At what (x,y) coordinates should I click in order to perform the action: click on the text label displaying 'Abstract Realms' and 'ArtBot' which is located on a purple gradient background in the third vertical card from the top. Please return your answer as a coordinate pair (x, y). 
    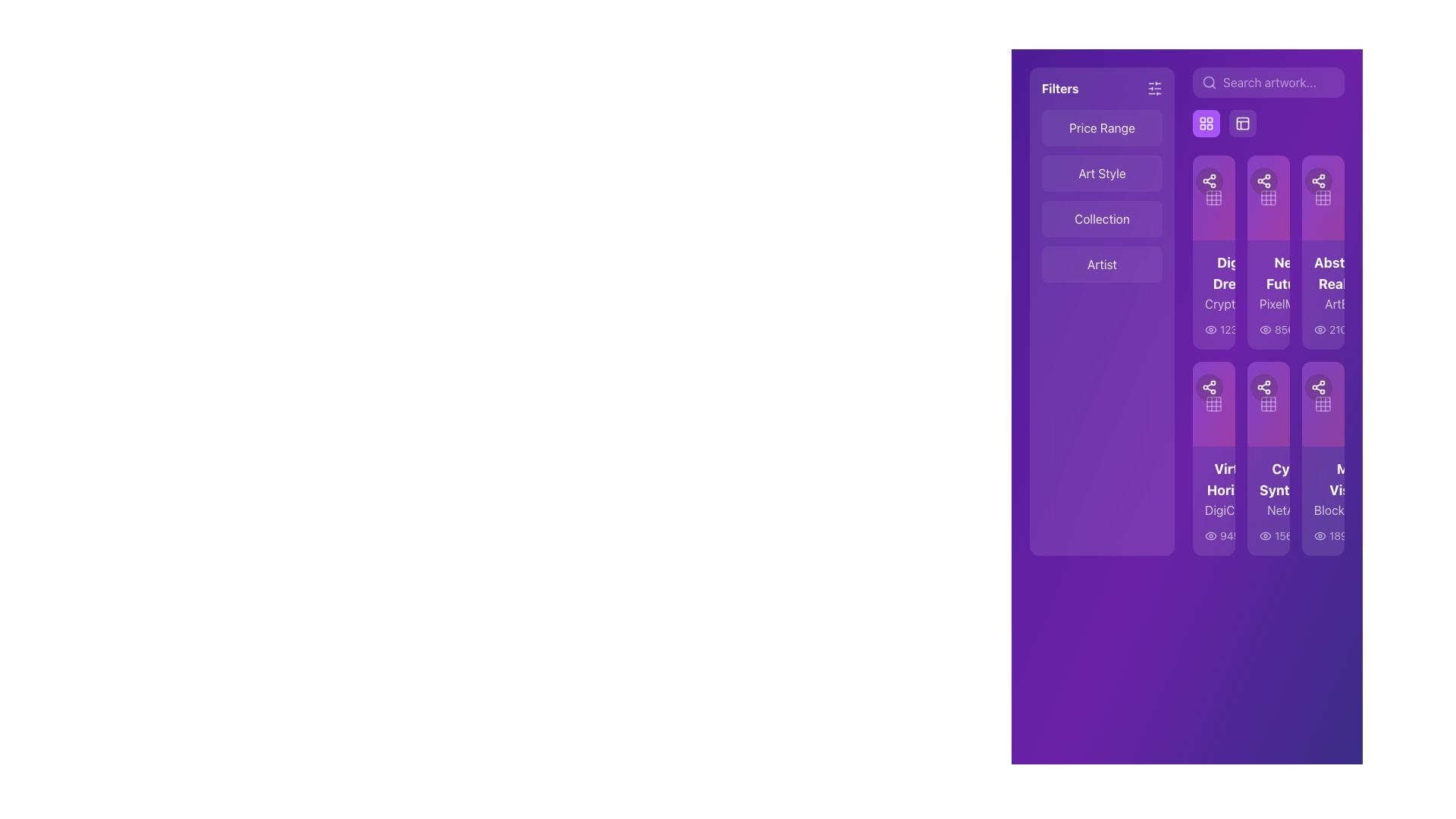
    Looking at the image, I should click on (1342, 283).